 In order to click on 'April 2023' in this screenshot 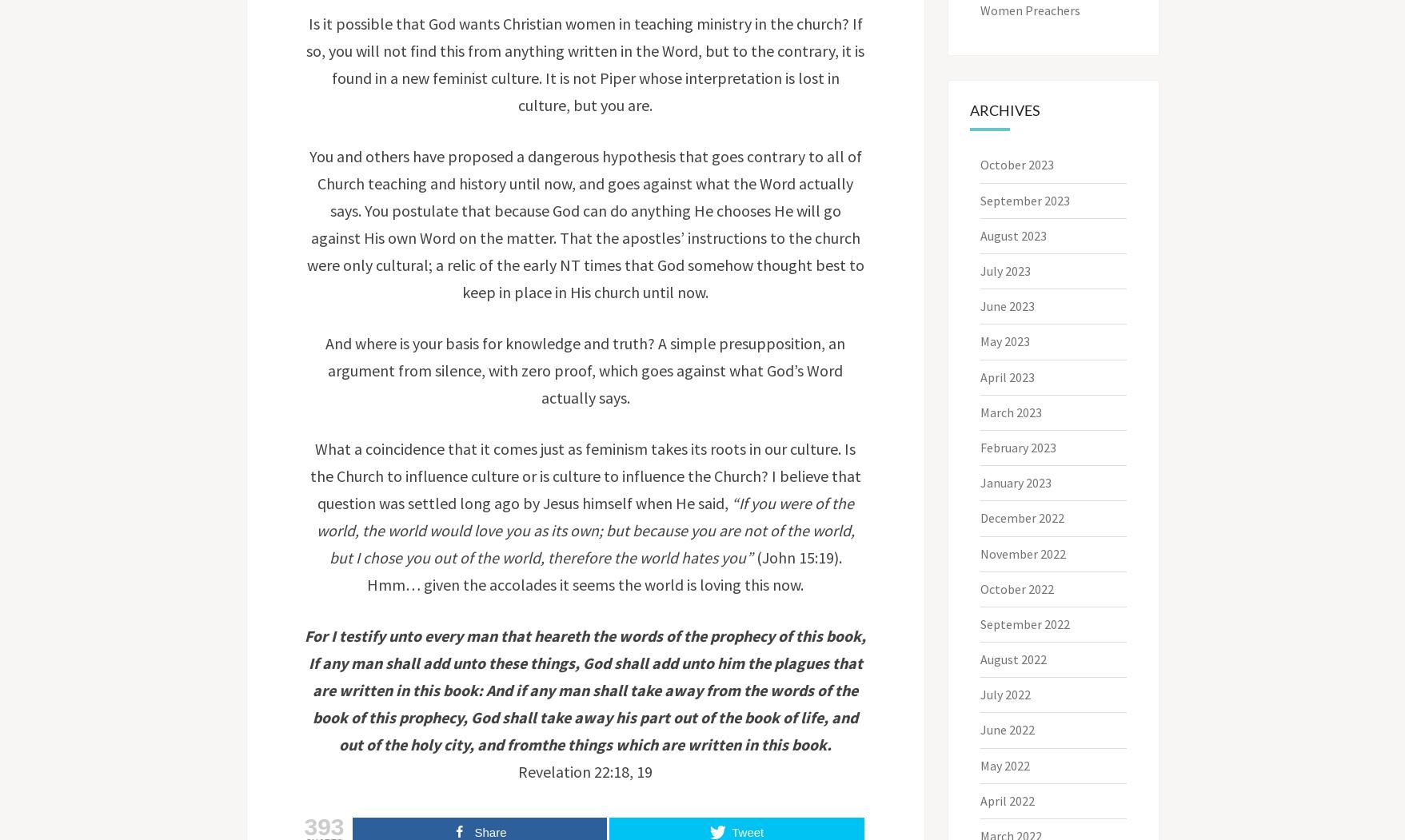, I will do `click(1007, 375)`.